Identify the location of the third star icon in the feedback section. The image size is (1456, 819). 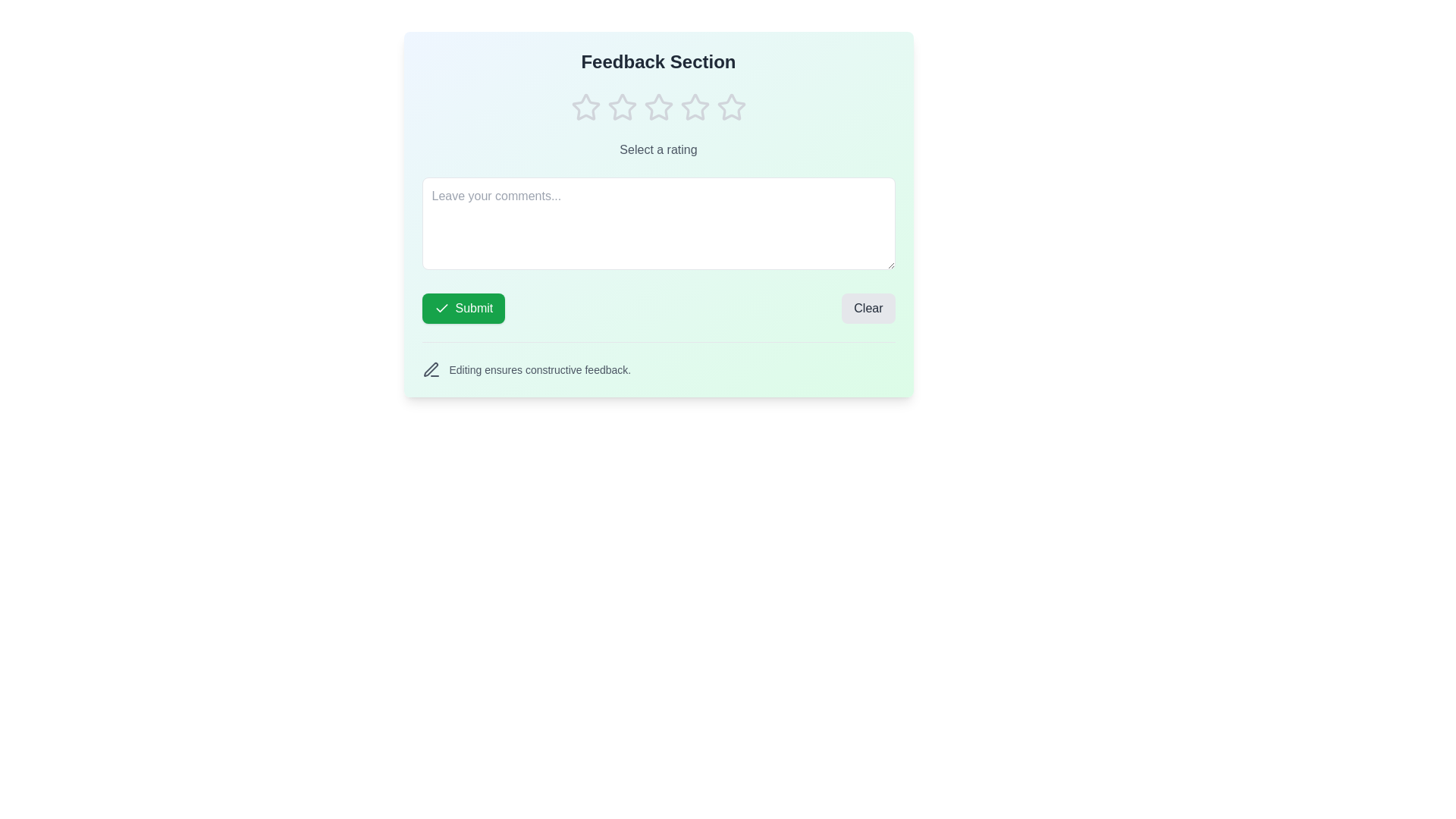
(694, 106).